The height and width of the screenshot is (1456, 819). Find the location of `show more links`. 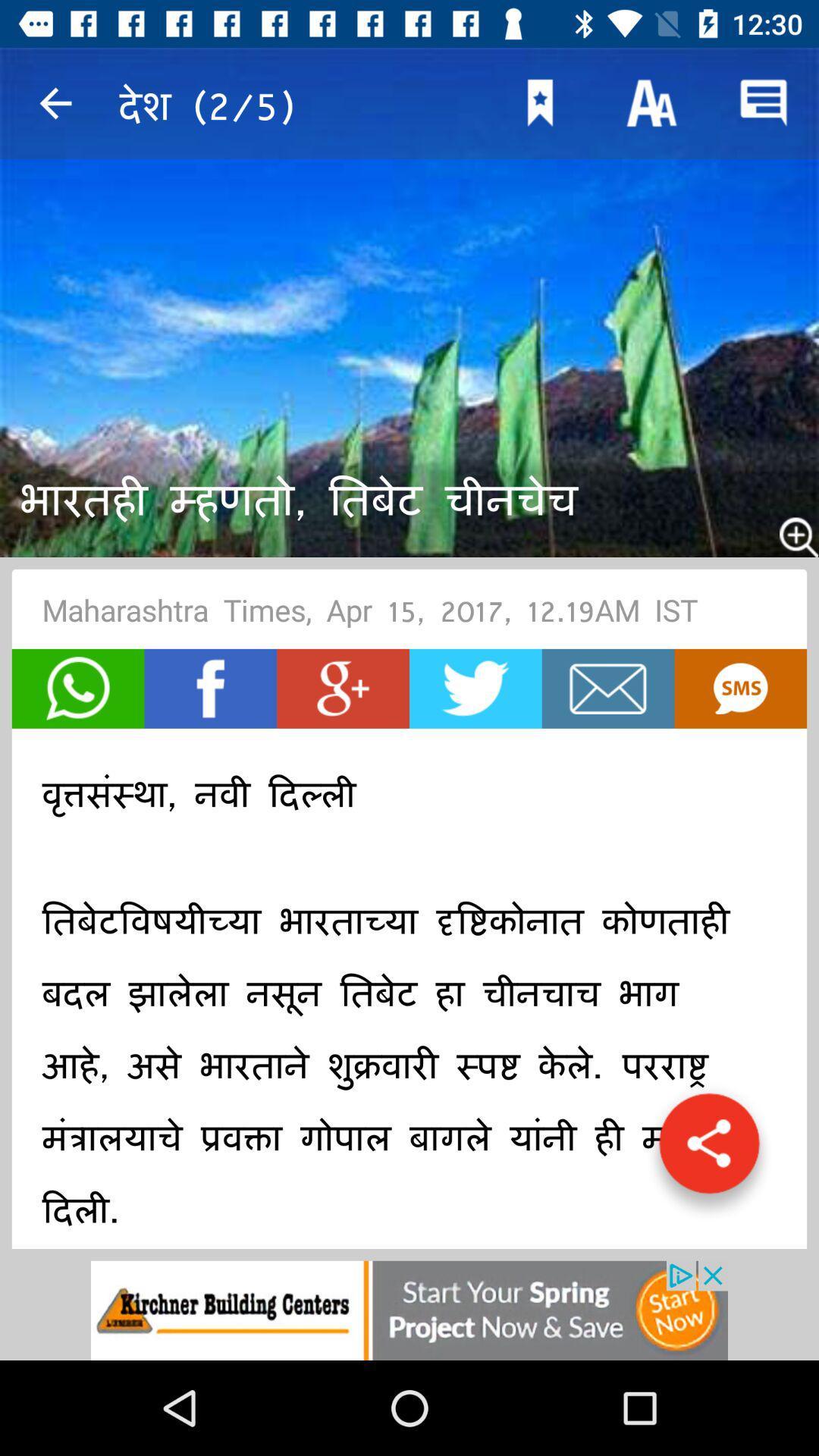

show more links is located at coordinates (709, 1151).